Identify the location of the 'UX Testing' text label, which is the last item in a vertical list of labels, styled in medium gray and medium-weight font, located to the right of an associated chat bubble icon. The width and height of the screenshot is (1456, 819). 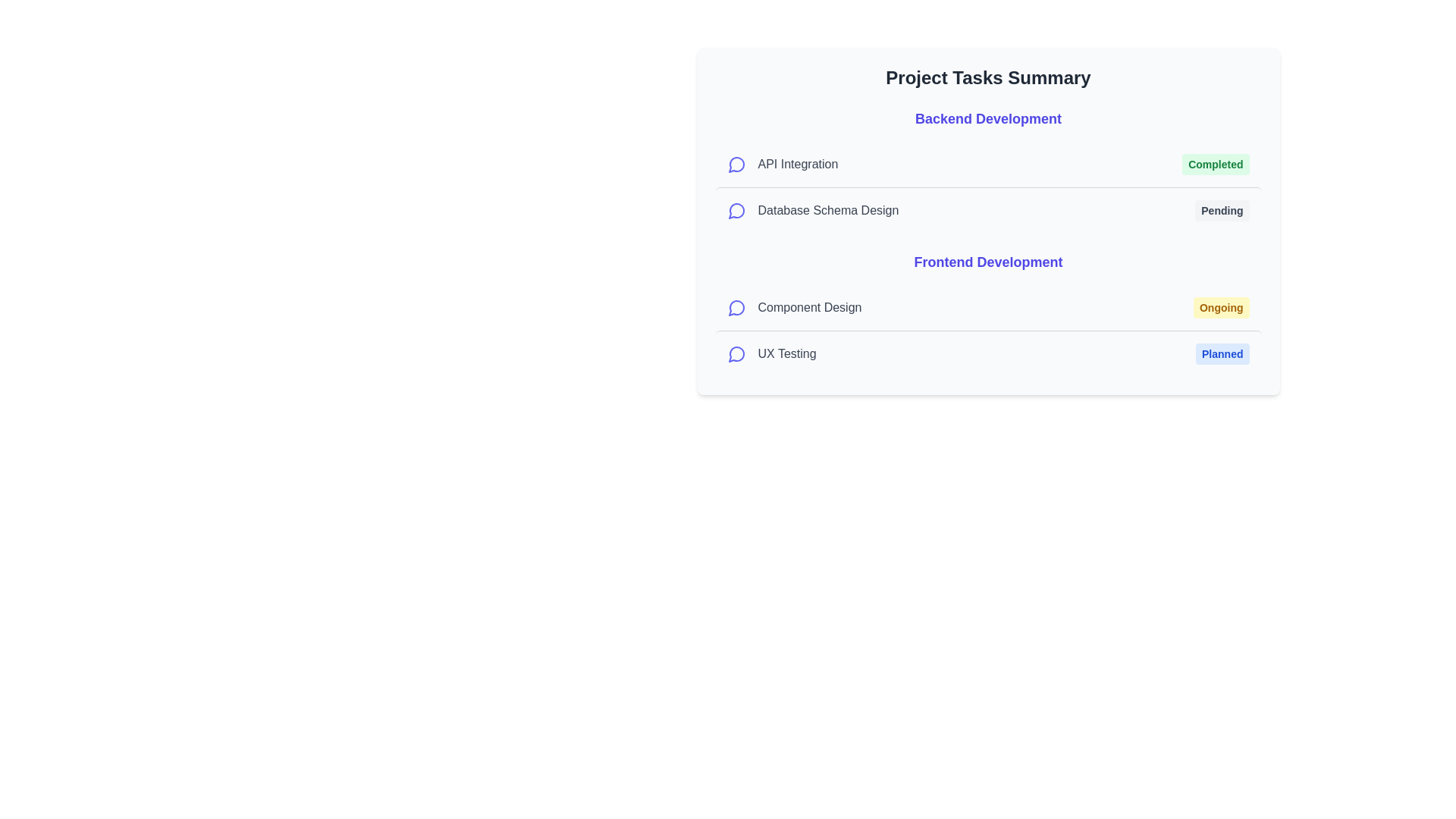
(786, 353).